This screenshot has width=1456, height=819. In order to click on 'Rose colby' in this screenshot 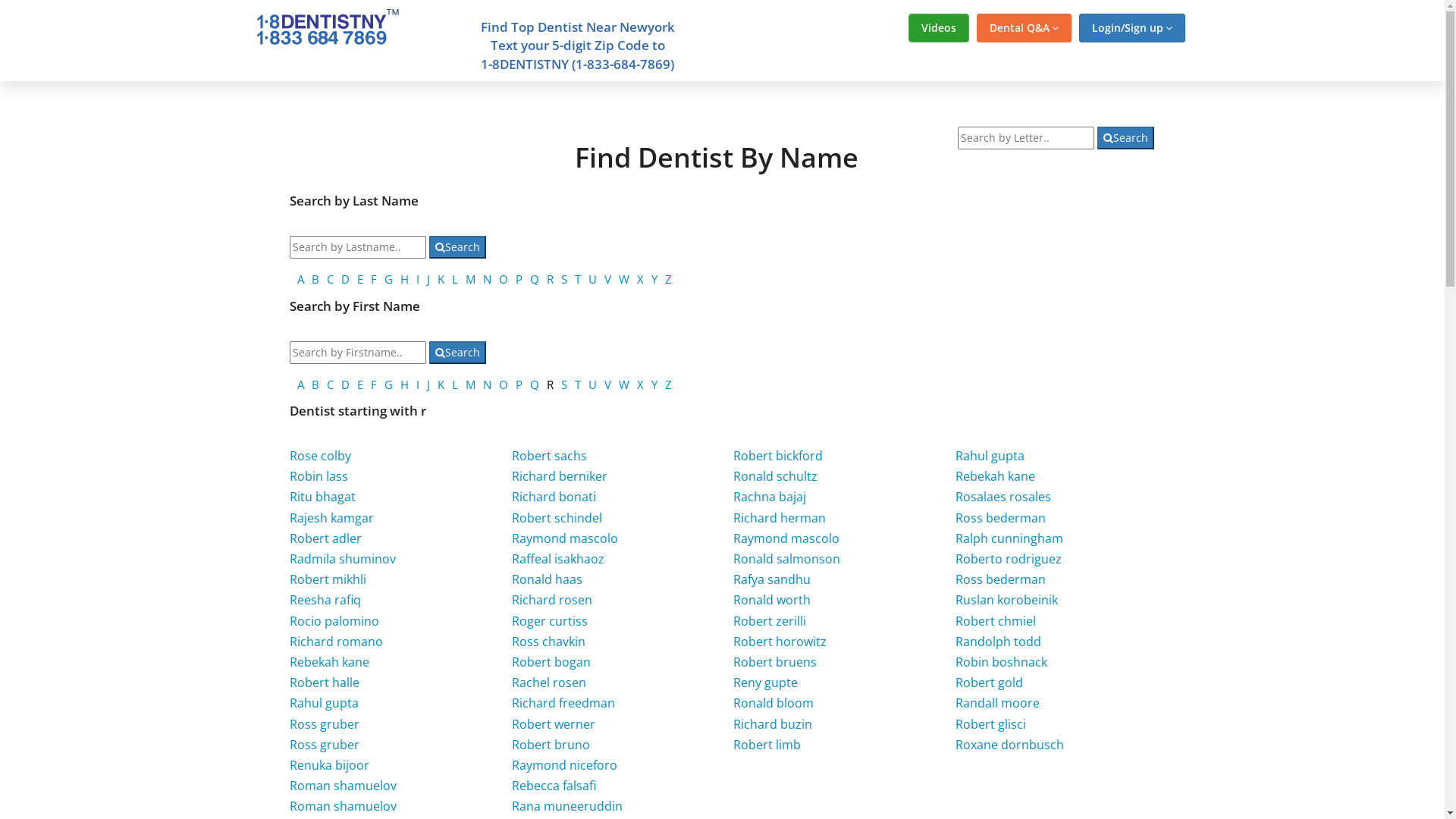, I will do `click(319, 455)`.